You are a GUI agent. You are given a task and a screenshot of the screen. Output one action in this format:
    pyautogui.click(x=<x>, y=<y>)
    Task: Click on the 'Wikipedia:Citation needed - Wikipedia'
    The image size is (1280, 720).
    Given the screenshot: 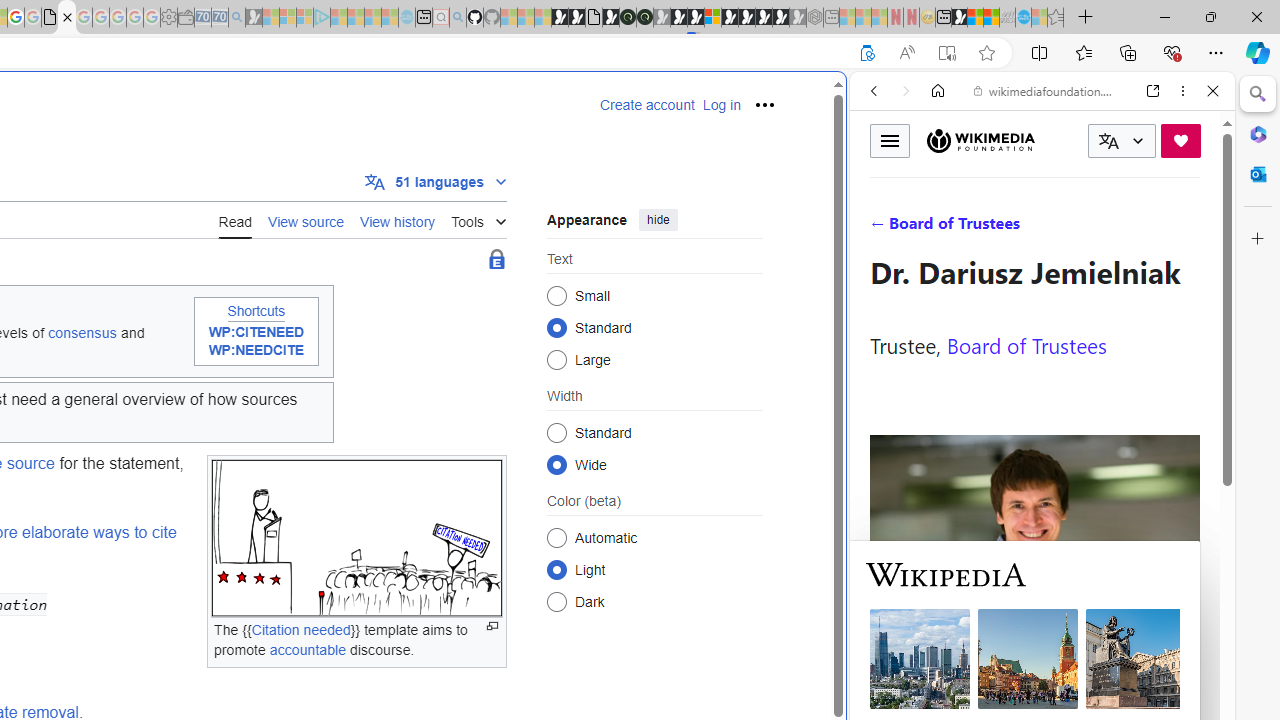 What is the action you would take?
    pyautogui.click(x=67, y=17)
    